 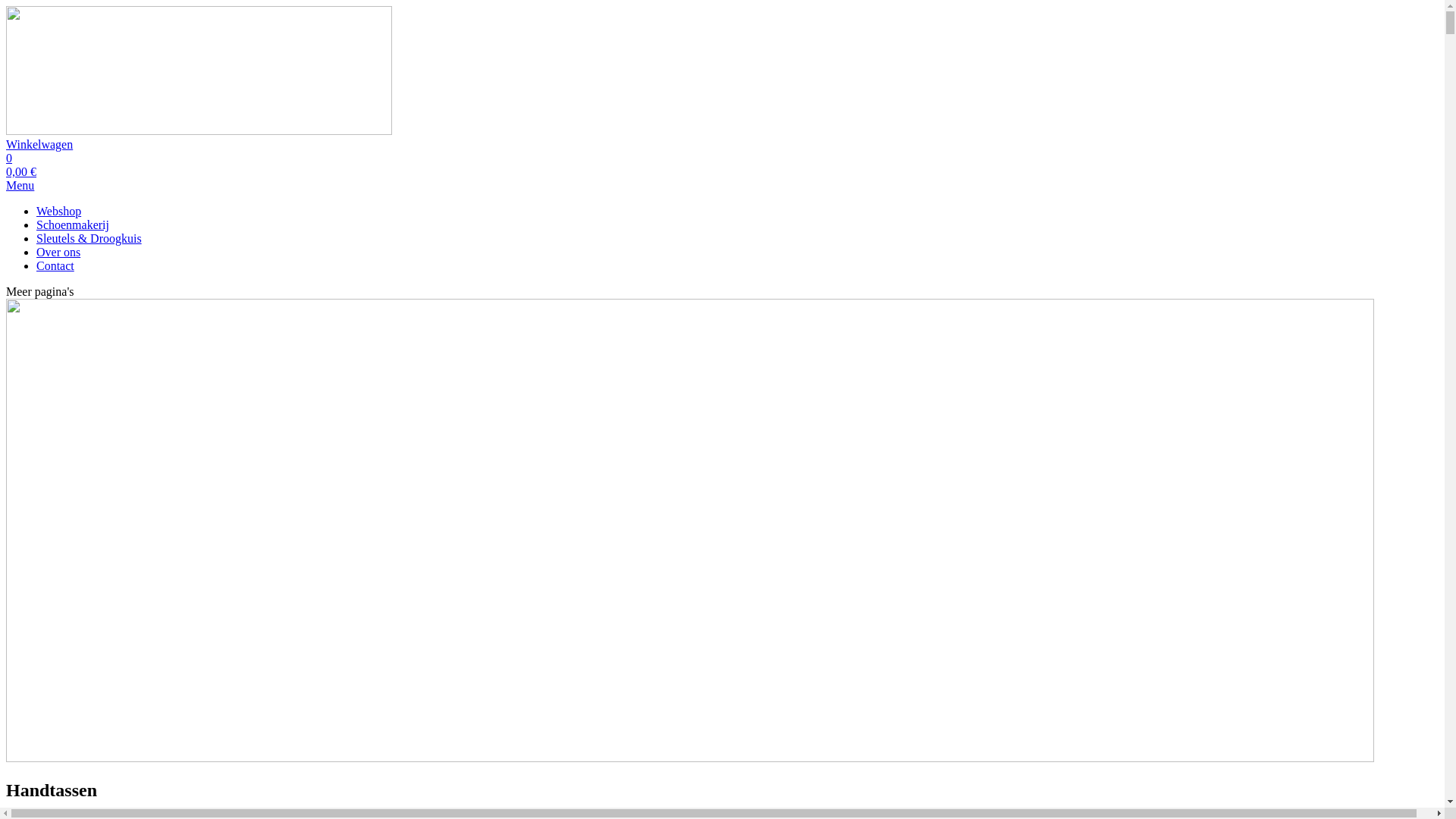 I want to click on 'Contact', so click(x=55, y=265).